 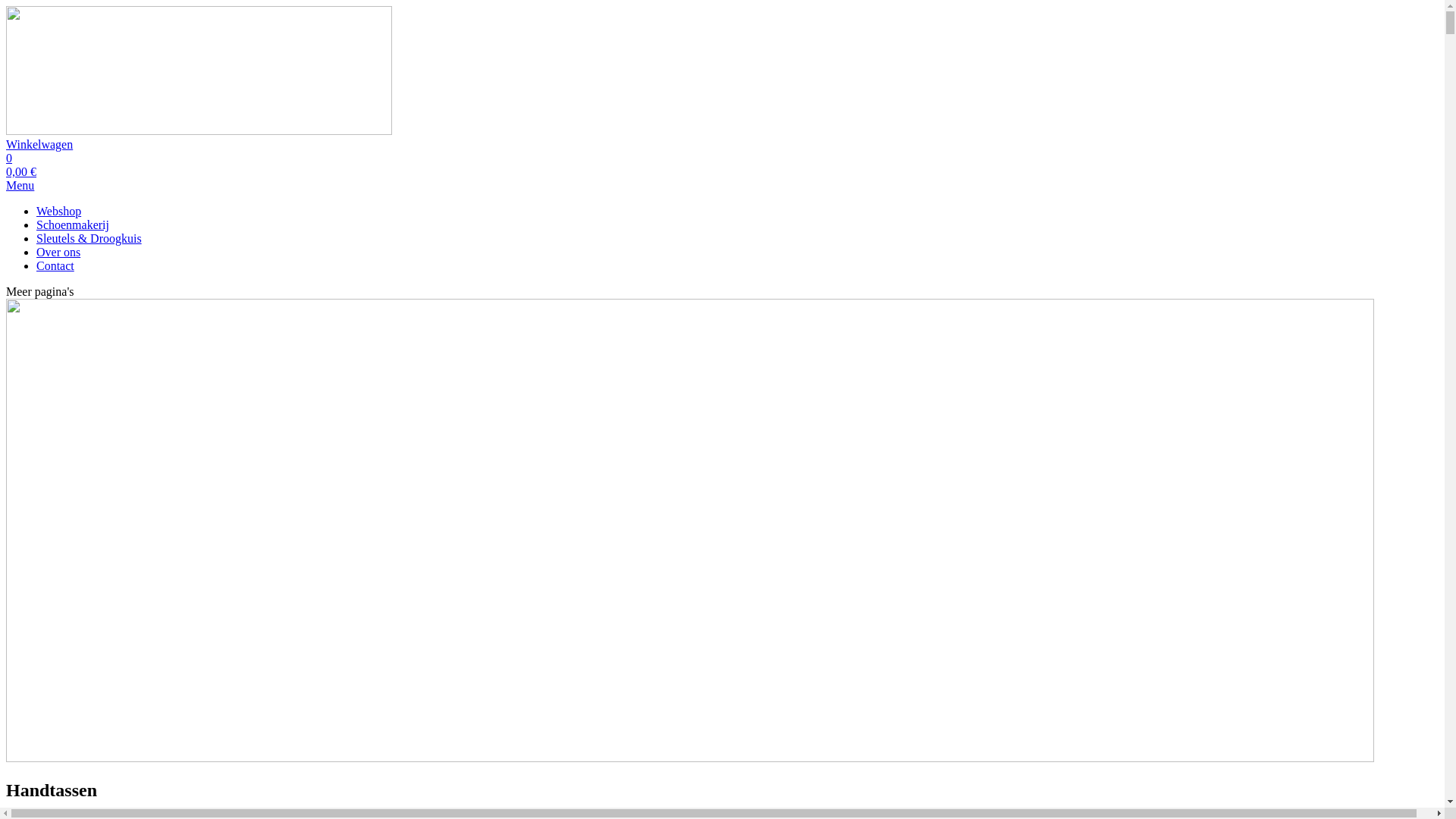 I want to click on 'Contact', so click(x=55, y=265).